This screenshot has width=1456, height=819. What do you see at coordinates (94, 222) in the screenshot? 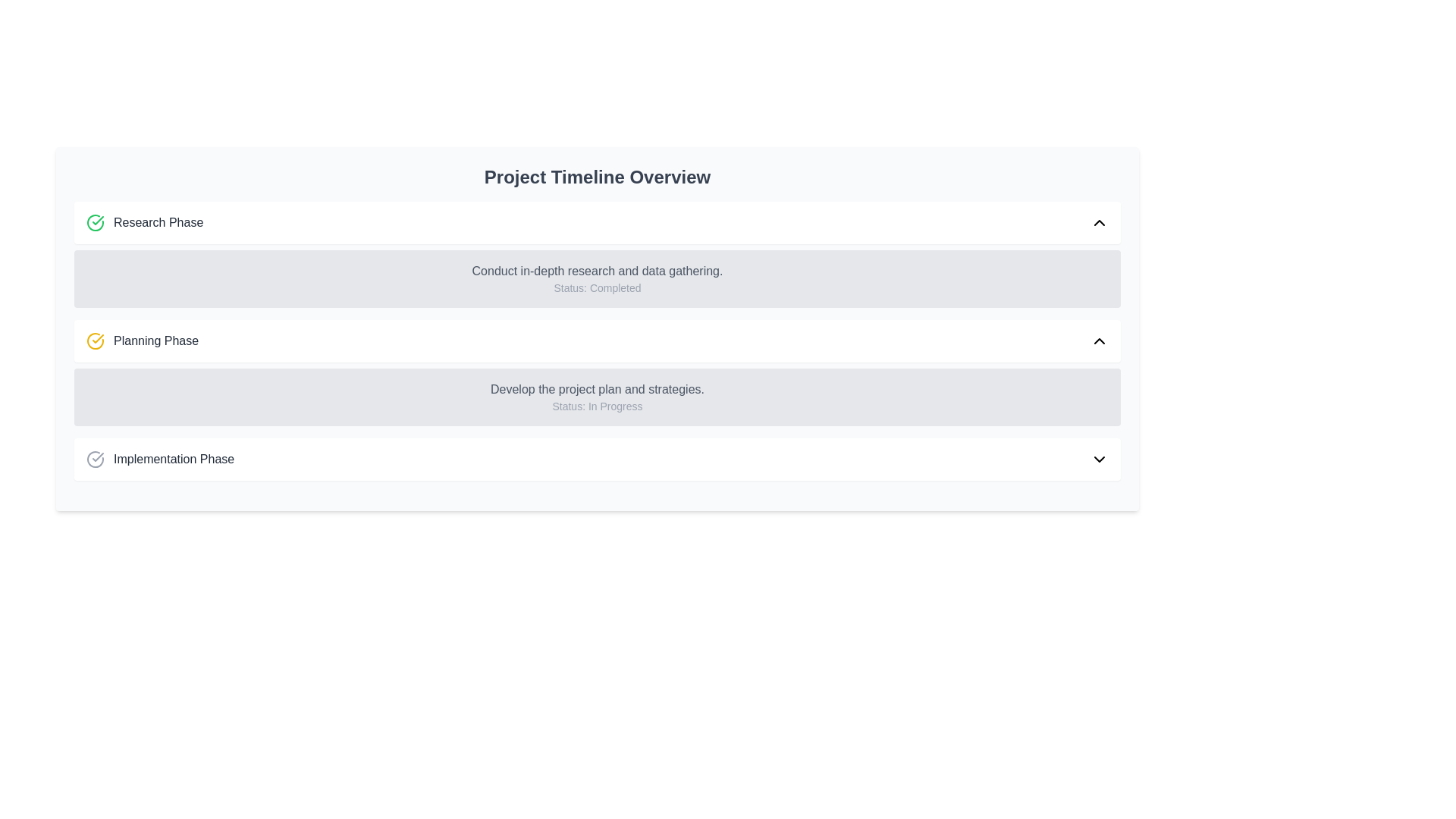
I see `the circular graphic icon with a green border and checkmark, indicating successful completion, located in the first row of the timeline overview adjacent to the 'Research Phase' text label` at bounding box center [94, 222].